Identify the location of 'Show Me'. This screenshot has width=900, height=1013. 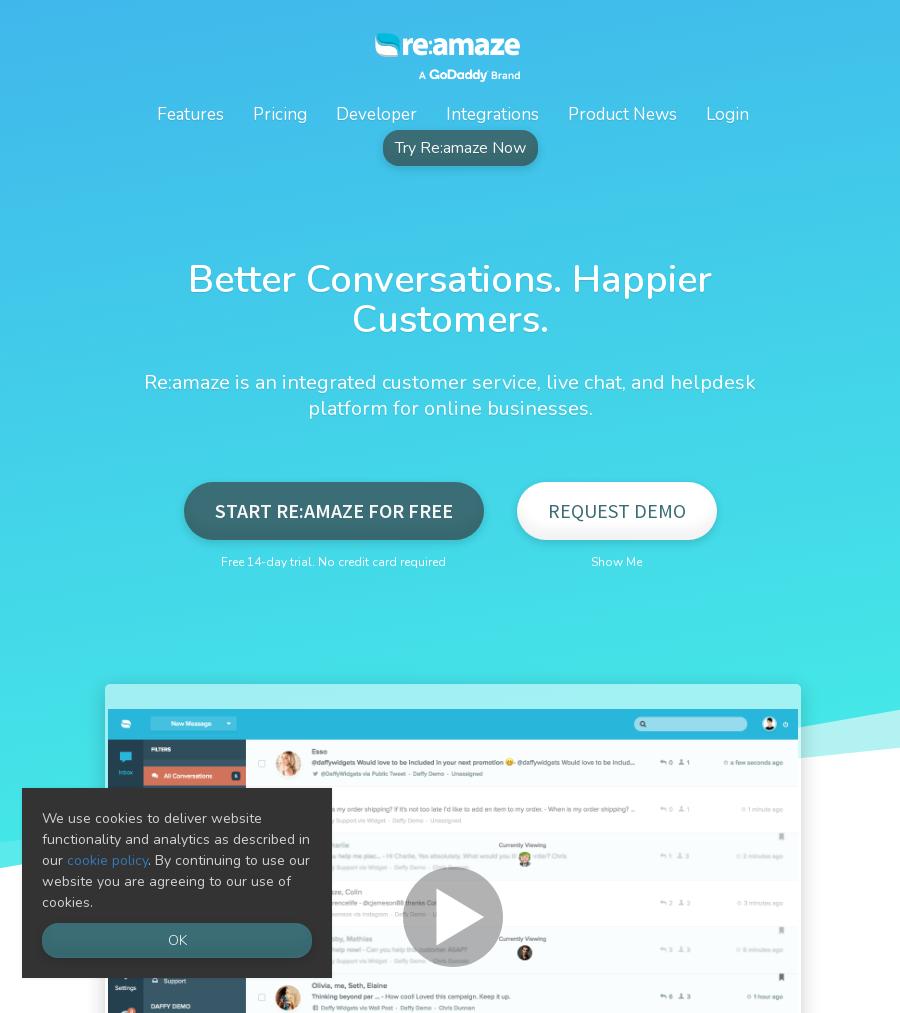
(616, 562).